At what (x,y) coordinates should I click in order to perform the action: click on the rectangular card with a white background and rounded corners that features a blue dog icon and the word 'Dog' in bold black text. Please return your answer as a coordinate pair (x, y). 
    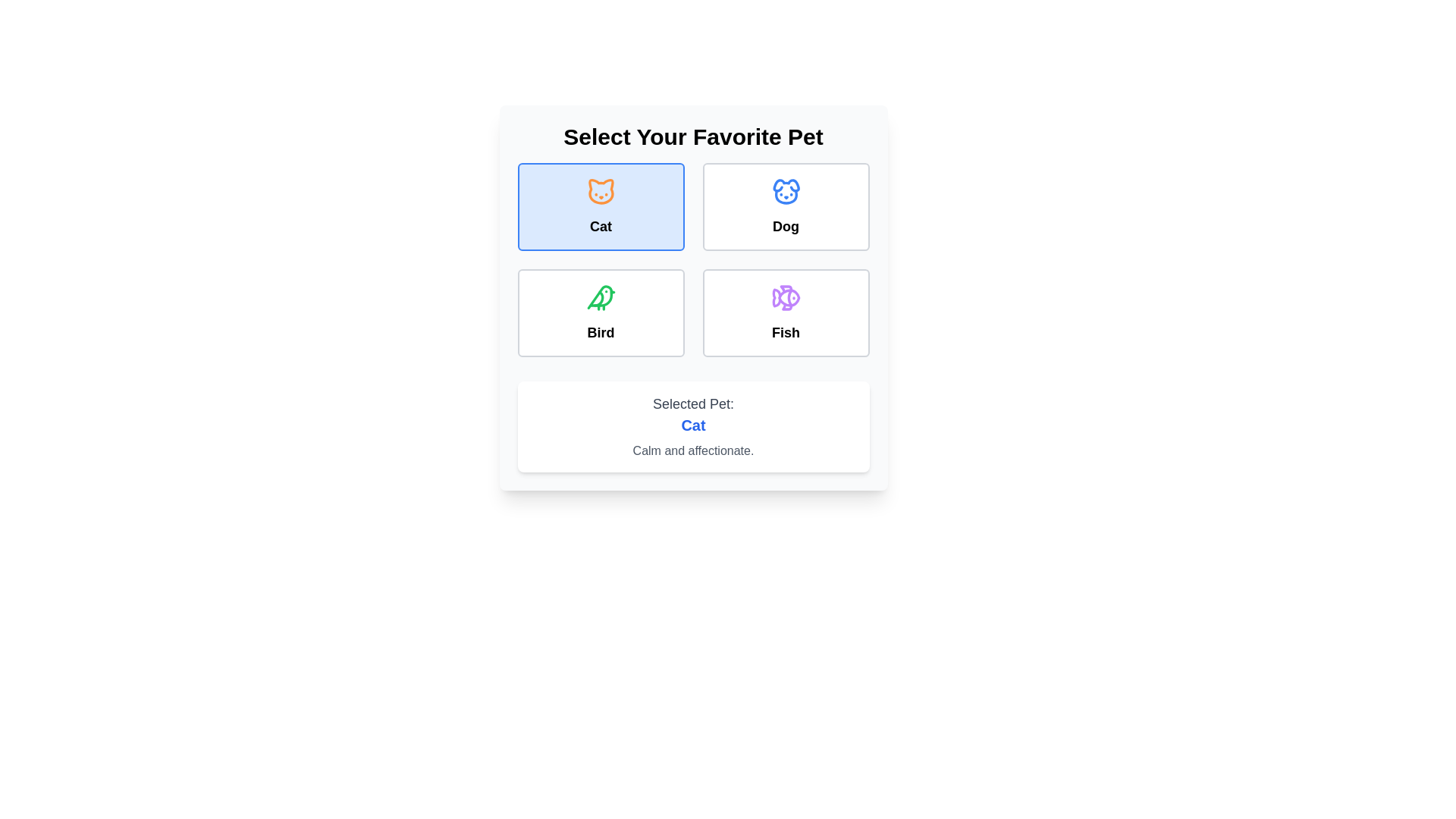
    Looking at the image, I should click on (786, 207).